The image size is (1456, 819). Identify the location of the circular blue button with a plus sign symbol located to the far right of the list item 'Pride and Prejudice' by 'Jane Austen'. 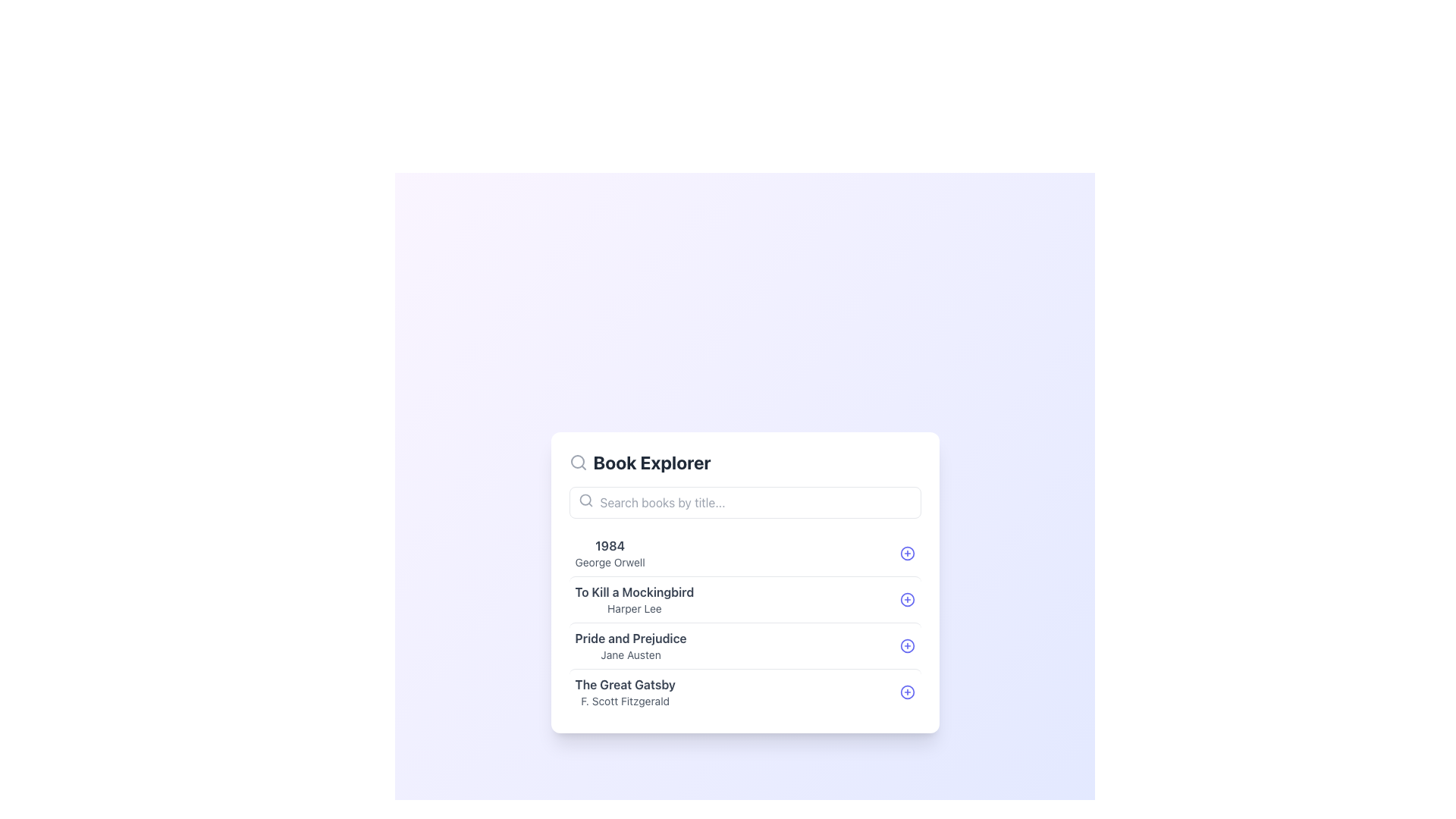
(907, 645).